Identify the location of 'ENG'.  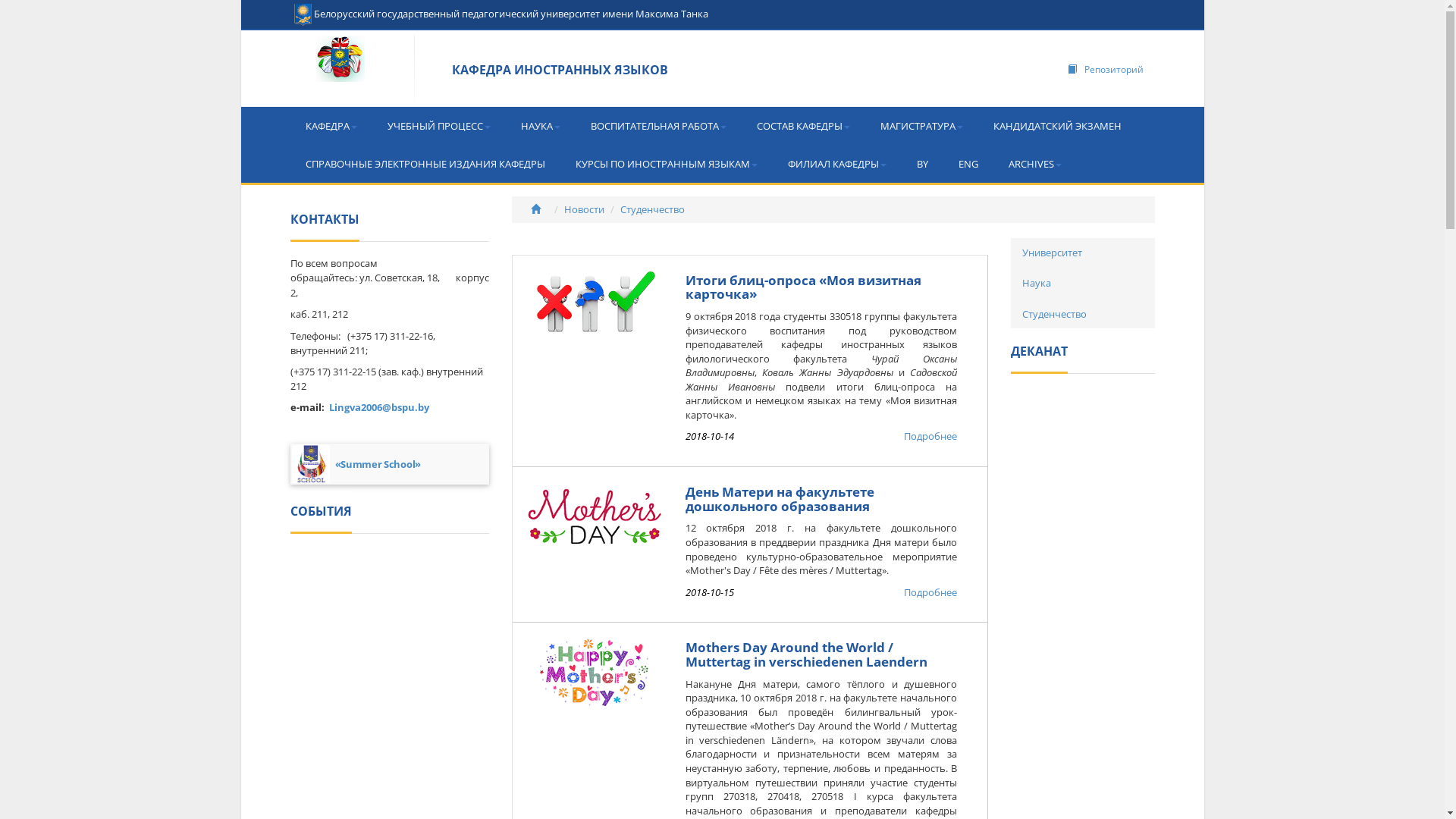
(967, 164).